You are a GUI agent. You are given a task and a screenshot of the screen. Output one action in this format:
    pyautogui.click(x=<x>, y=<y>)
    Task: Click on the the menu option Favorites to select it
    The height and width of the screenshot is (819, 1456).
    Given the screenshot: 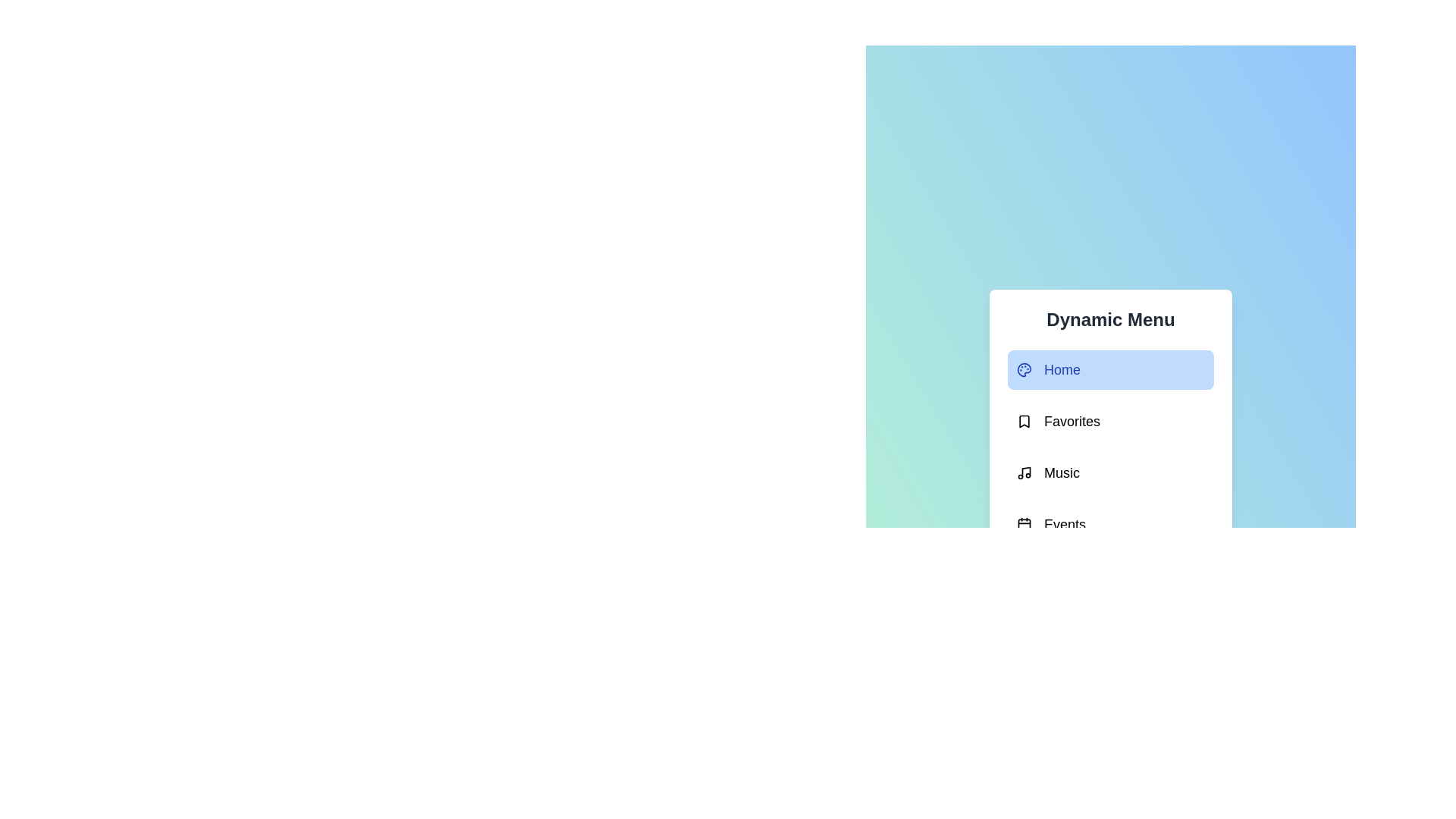 What is the action you would take?
    pyautogui.click(x=1110, y=421)
    